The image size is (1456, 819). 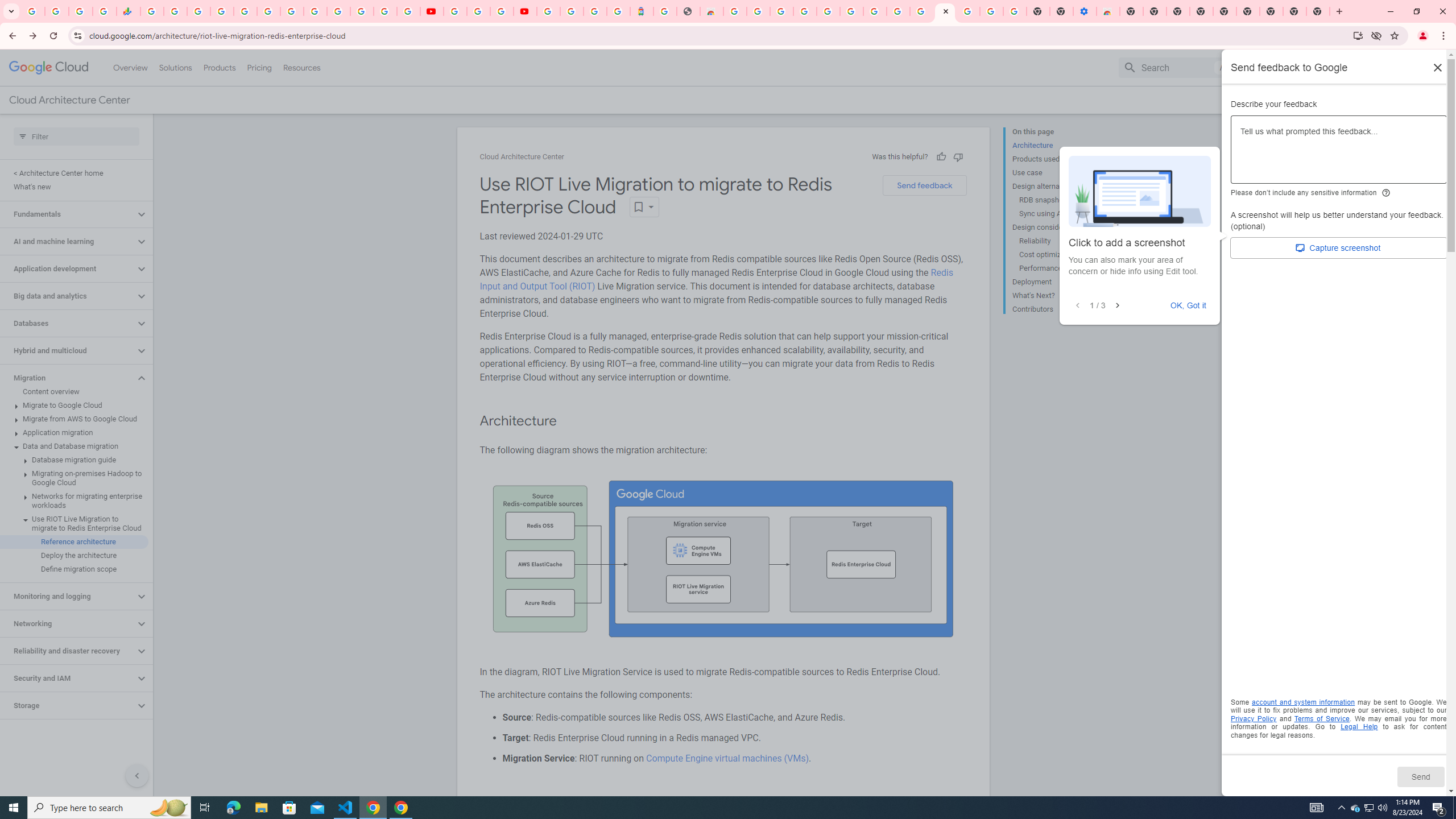 I want to click on 'What', so click(x=1058, y=295).